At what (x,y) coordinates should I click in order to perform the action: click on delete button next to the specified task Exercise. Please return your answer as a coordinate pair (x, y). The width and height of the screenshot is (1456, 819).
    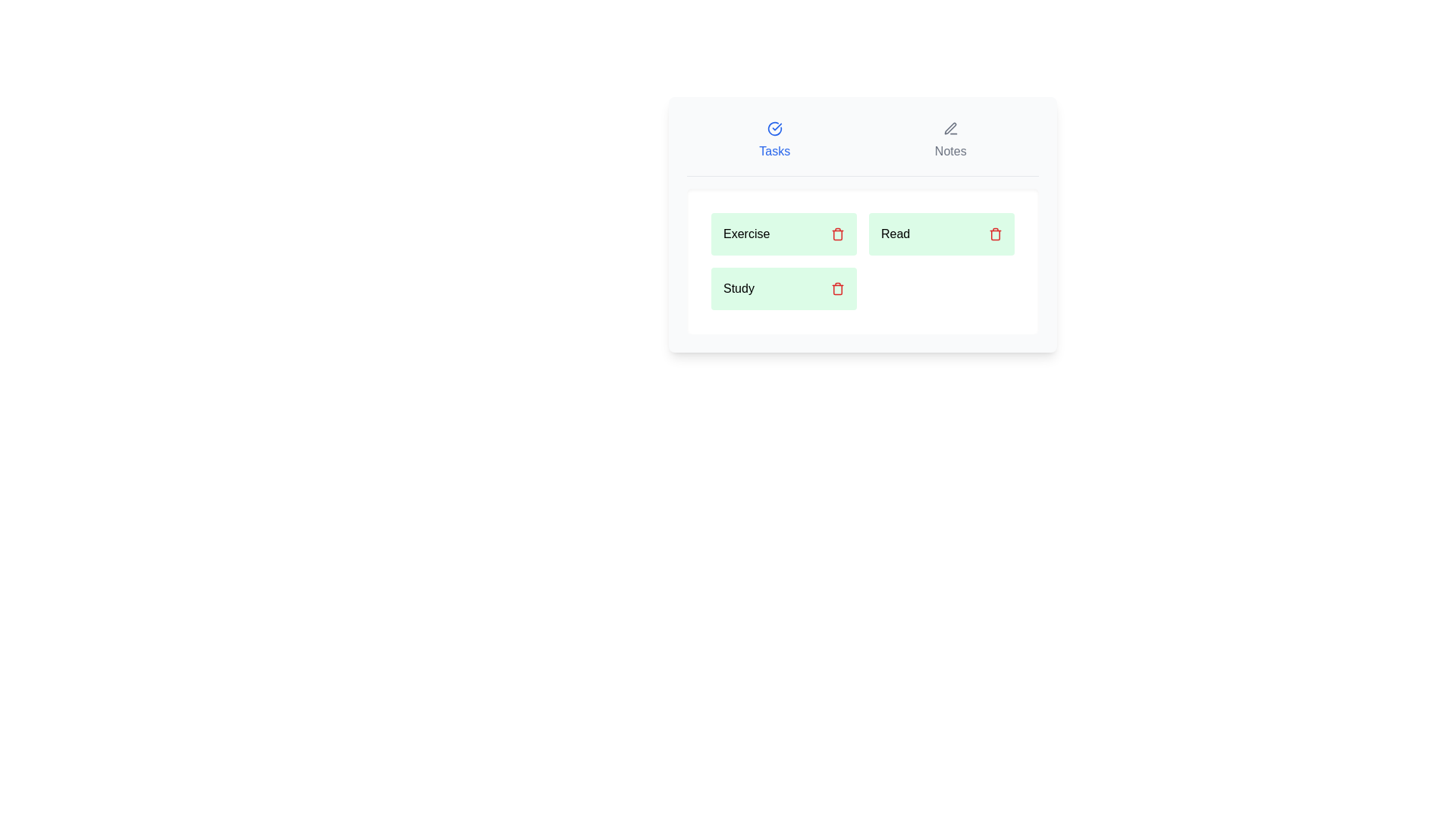
    Looking at the image, I should click on (836, 234).